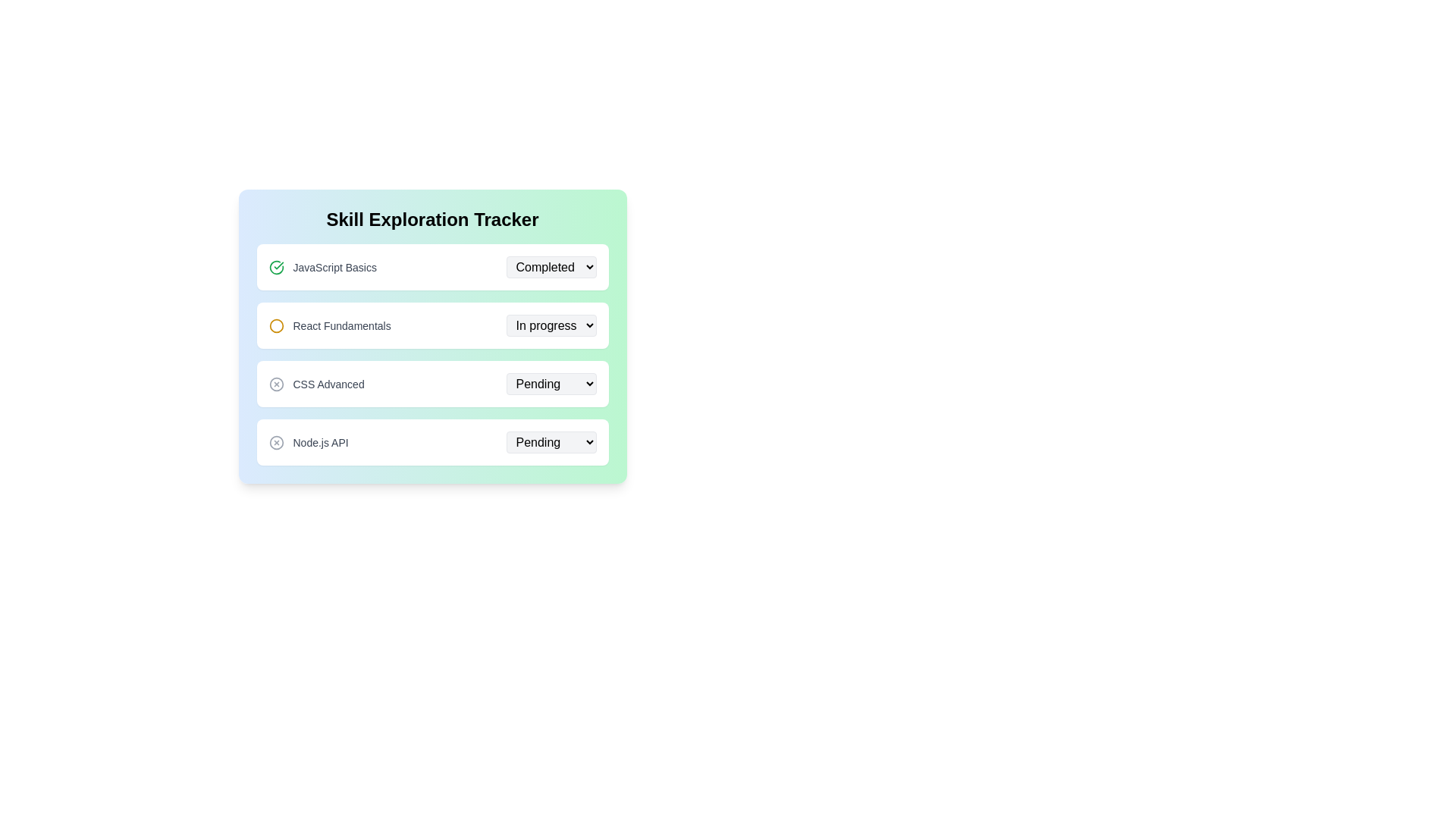 The height and width of the screenshot is (819, 1456). I want to click on the dropdown menu for selecting the status of 'JavaScript Basics' in the 'Skill Exploration Tracker' section, so click(550, 266).